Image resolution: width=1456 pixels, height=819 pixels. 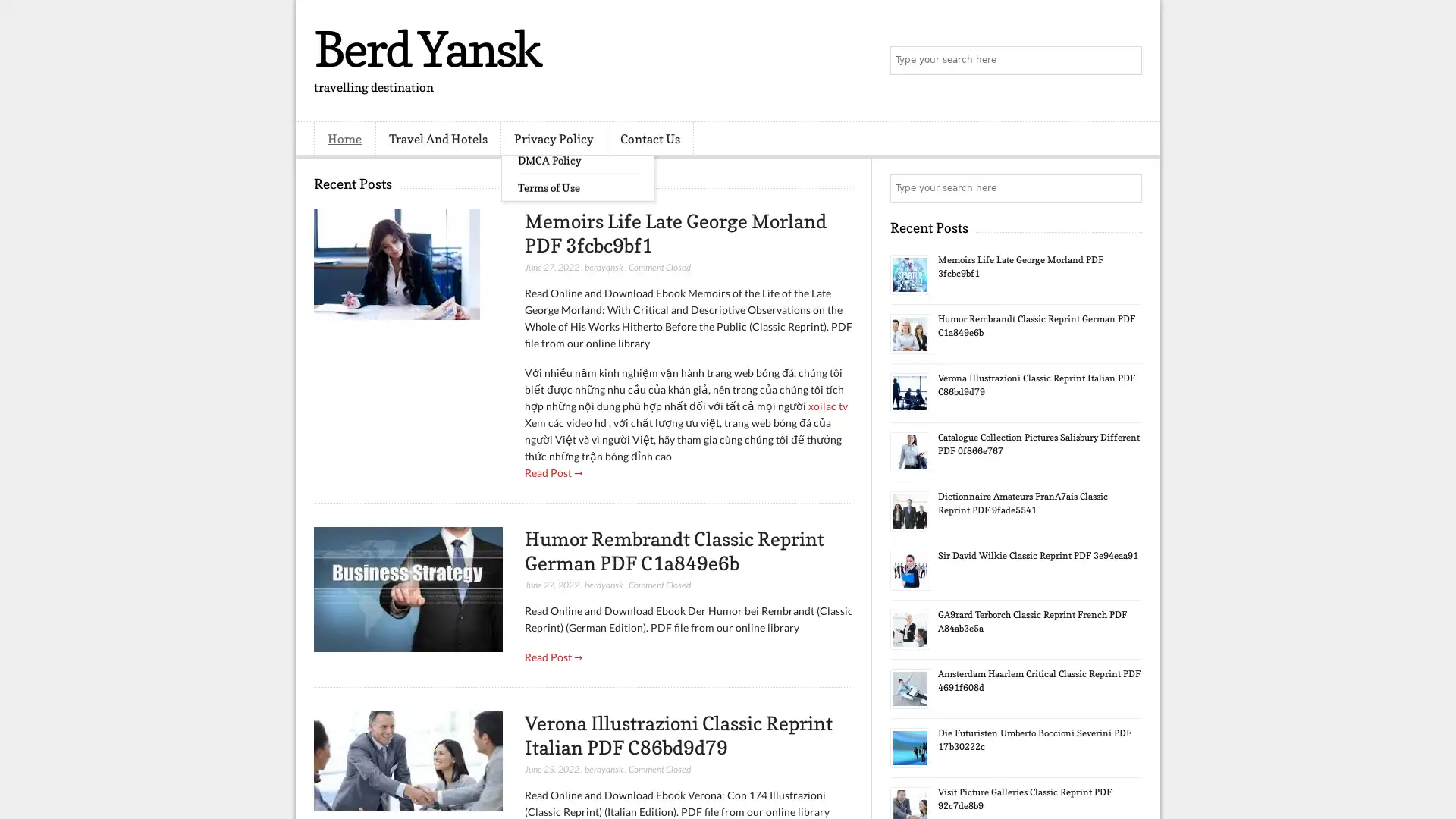 I want to click on Search, so click(x=1126, y=61).